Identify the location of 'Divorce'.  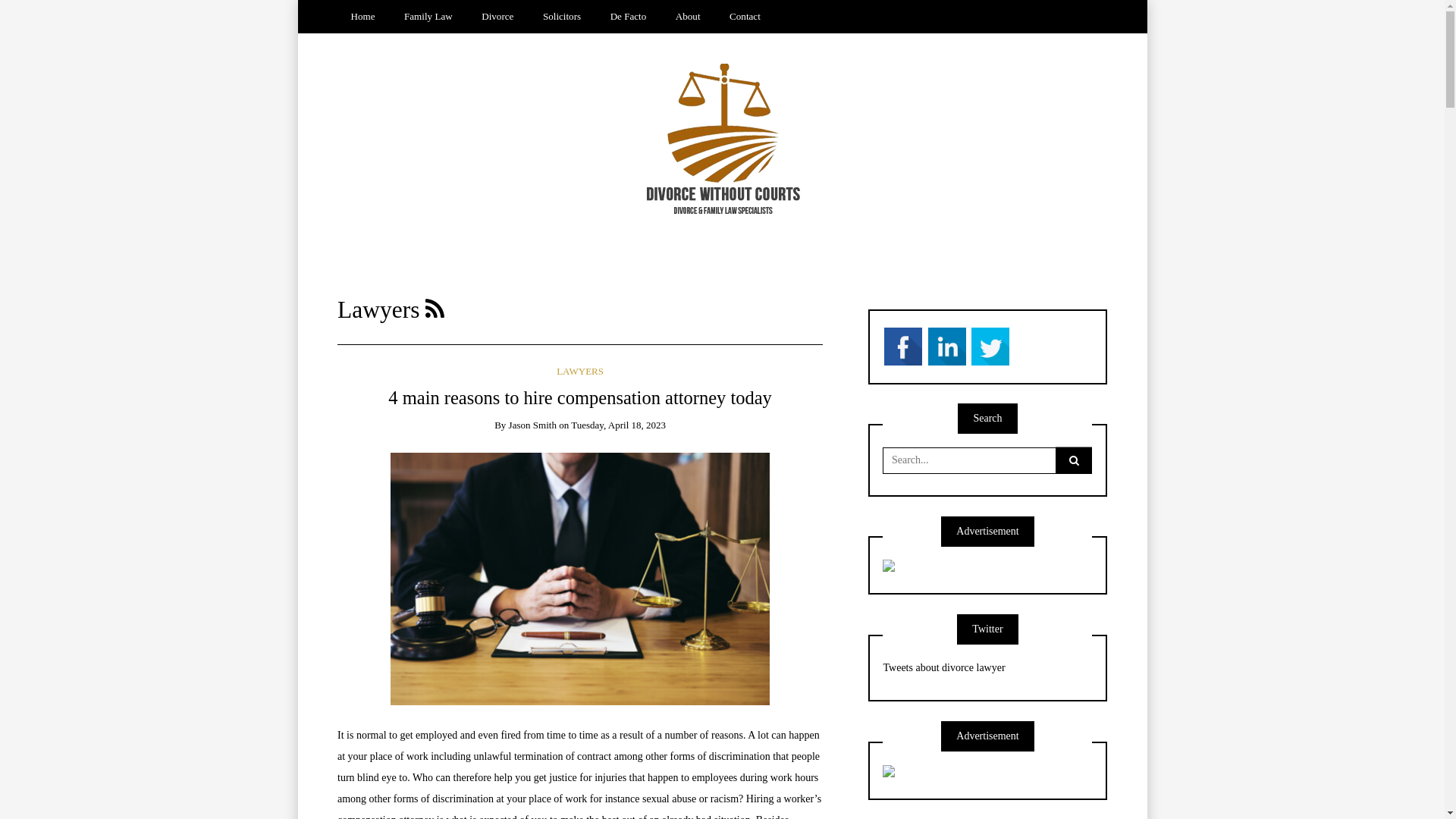
(497, 17).